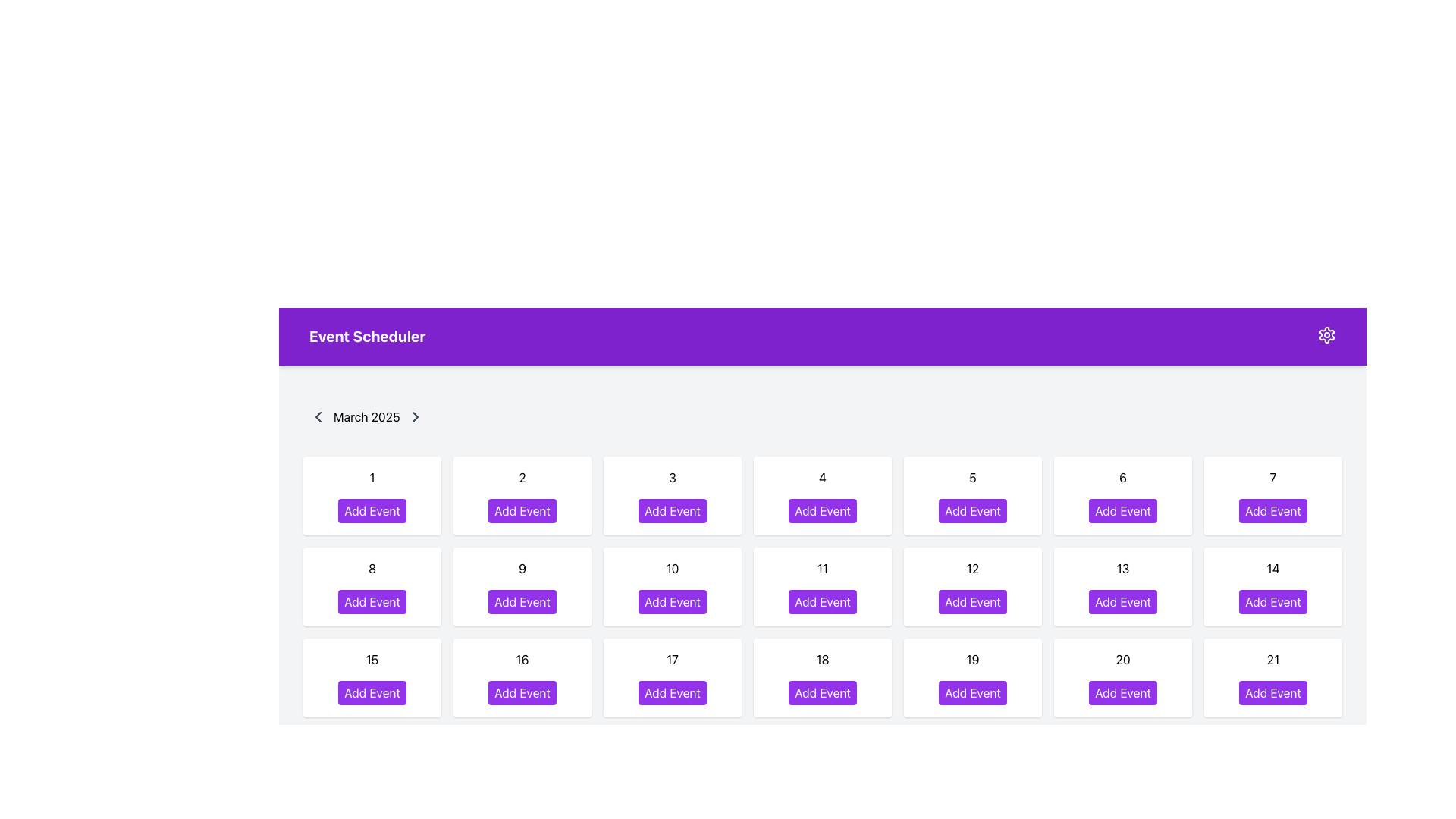 Image resolution: width=1456 pixels, height=819 pixels. Describe the element at coordinates (972, 586) in the screenshot. I see `the interactive button of the Calendar day widget representing the 12th day of the month, located in the fifth column of the third row of the calendar grid` at that location.